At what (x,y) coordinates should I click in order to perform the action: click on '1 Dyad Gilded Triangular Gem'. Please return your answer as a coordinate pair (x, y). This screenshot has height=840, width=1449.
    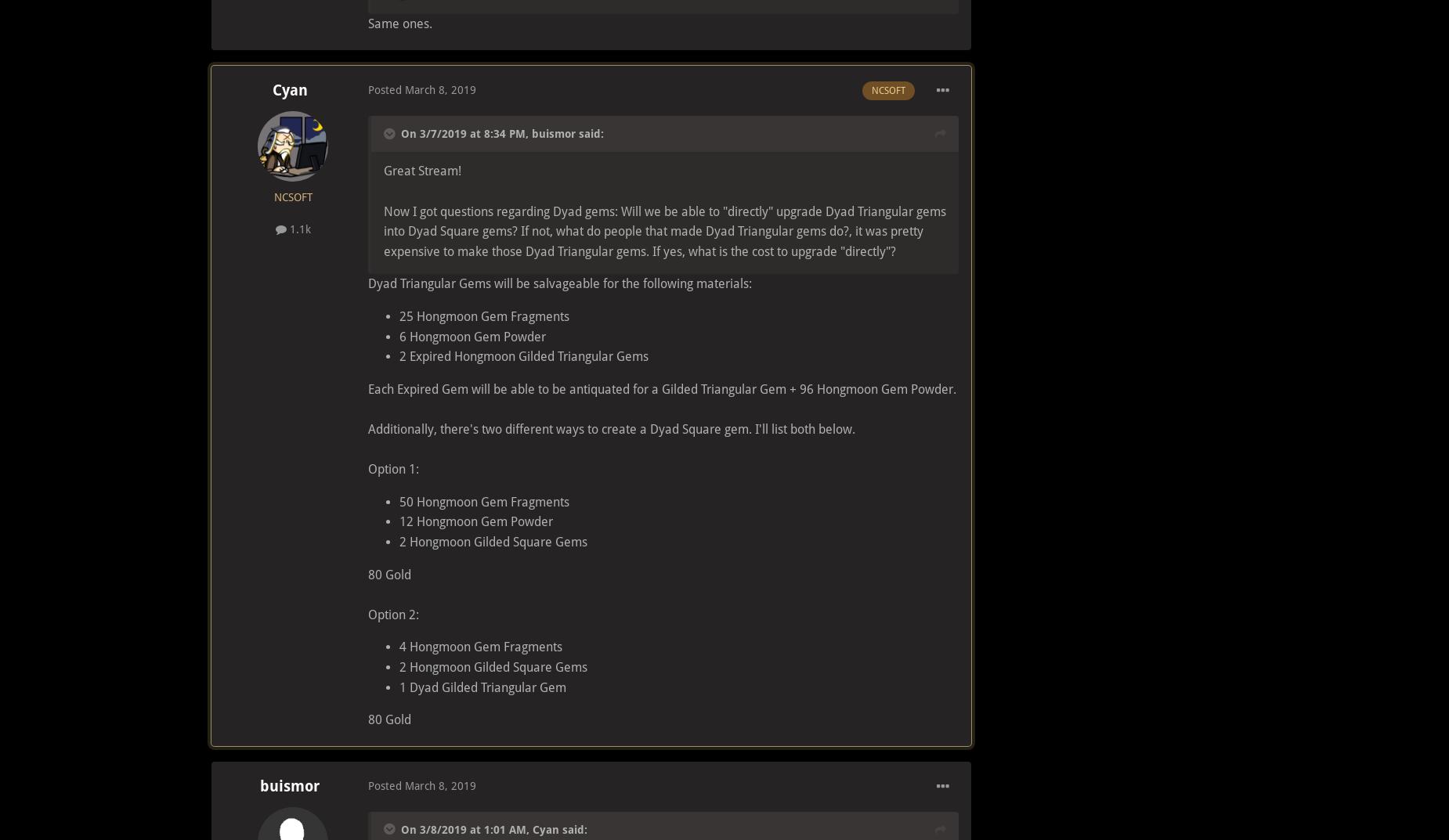
    Looking at the image, I should click on (482, 686).